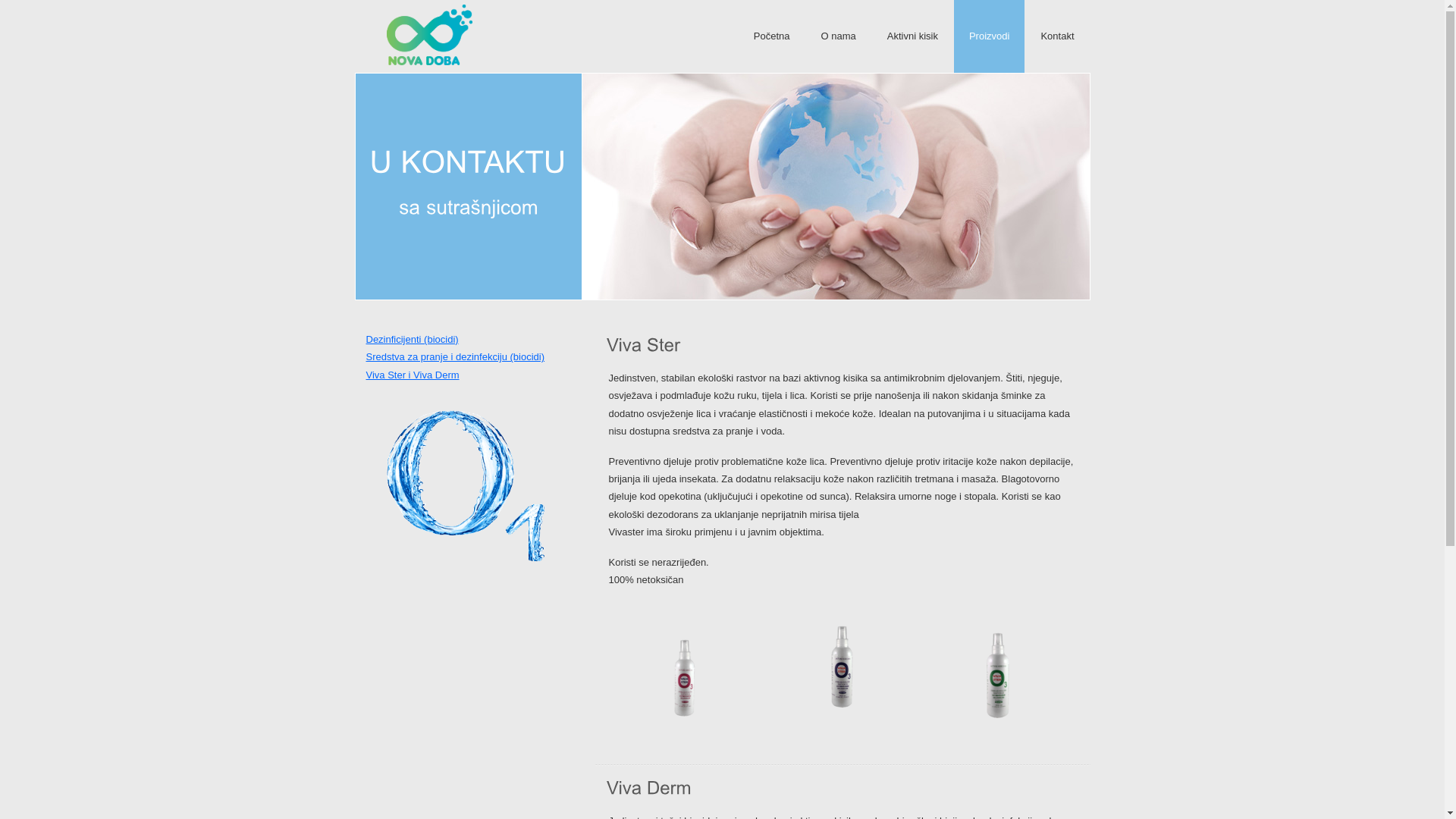 The height and width of the screenshot is (819, 1456). I want to click on 'Viva Ster i Viva Derm', so click(412, 375).